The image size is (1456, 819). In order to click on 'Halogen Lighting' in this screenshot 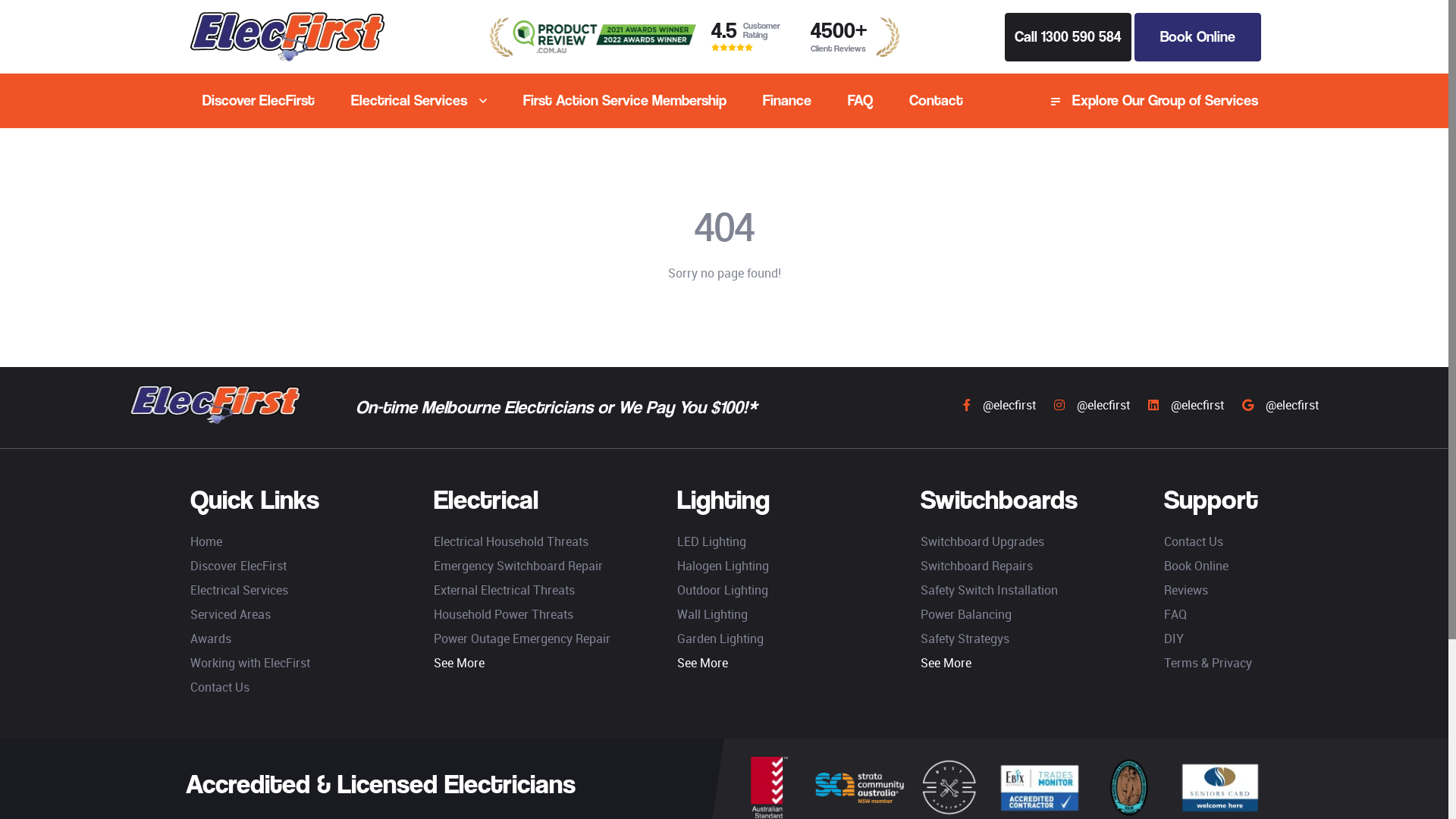, I will do `click(722, 565)`.